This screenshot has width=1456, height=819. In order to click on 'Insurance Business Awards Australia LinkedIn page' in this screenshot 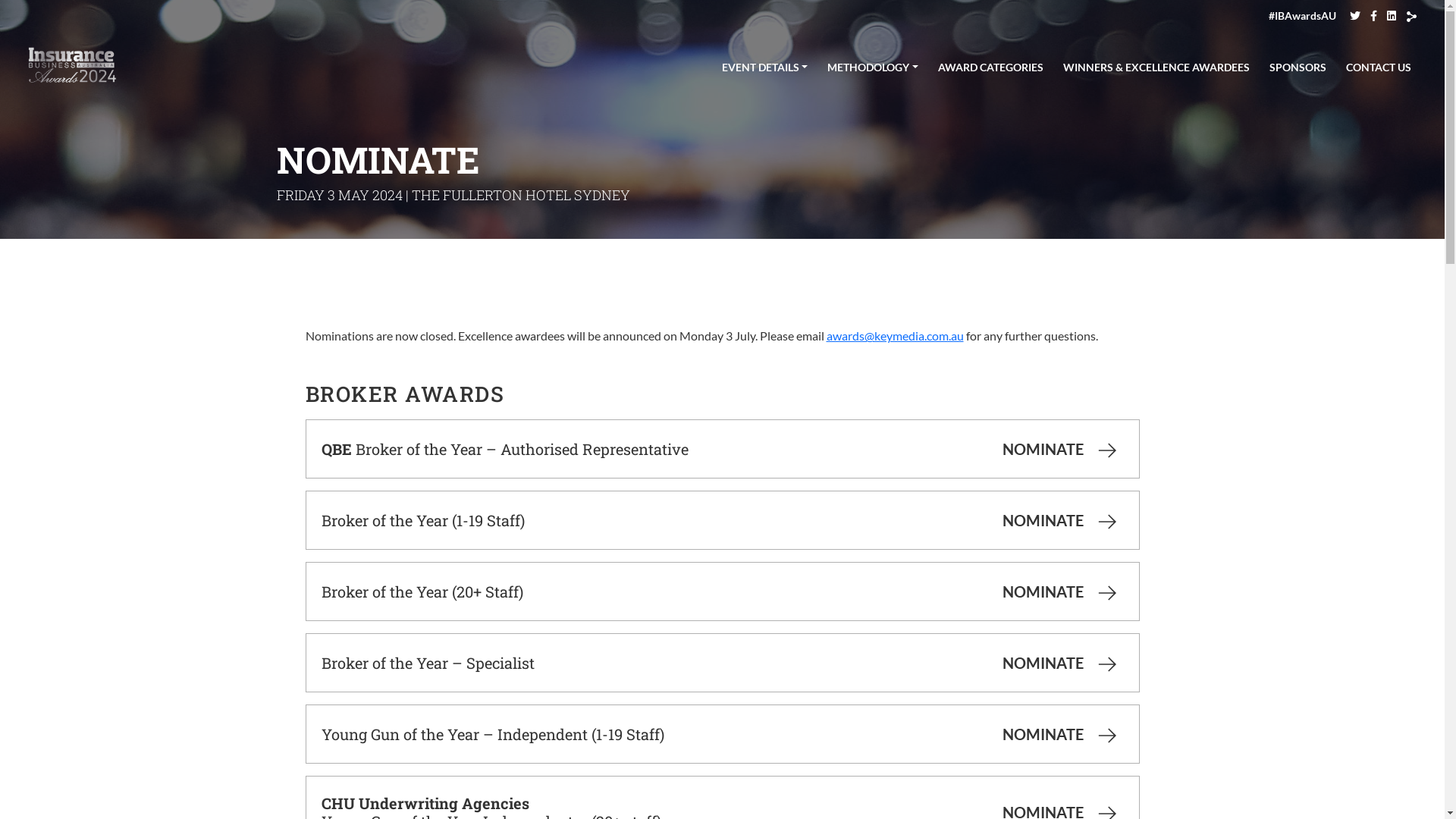, I will do `click(1391, 15)`.